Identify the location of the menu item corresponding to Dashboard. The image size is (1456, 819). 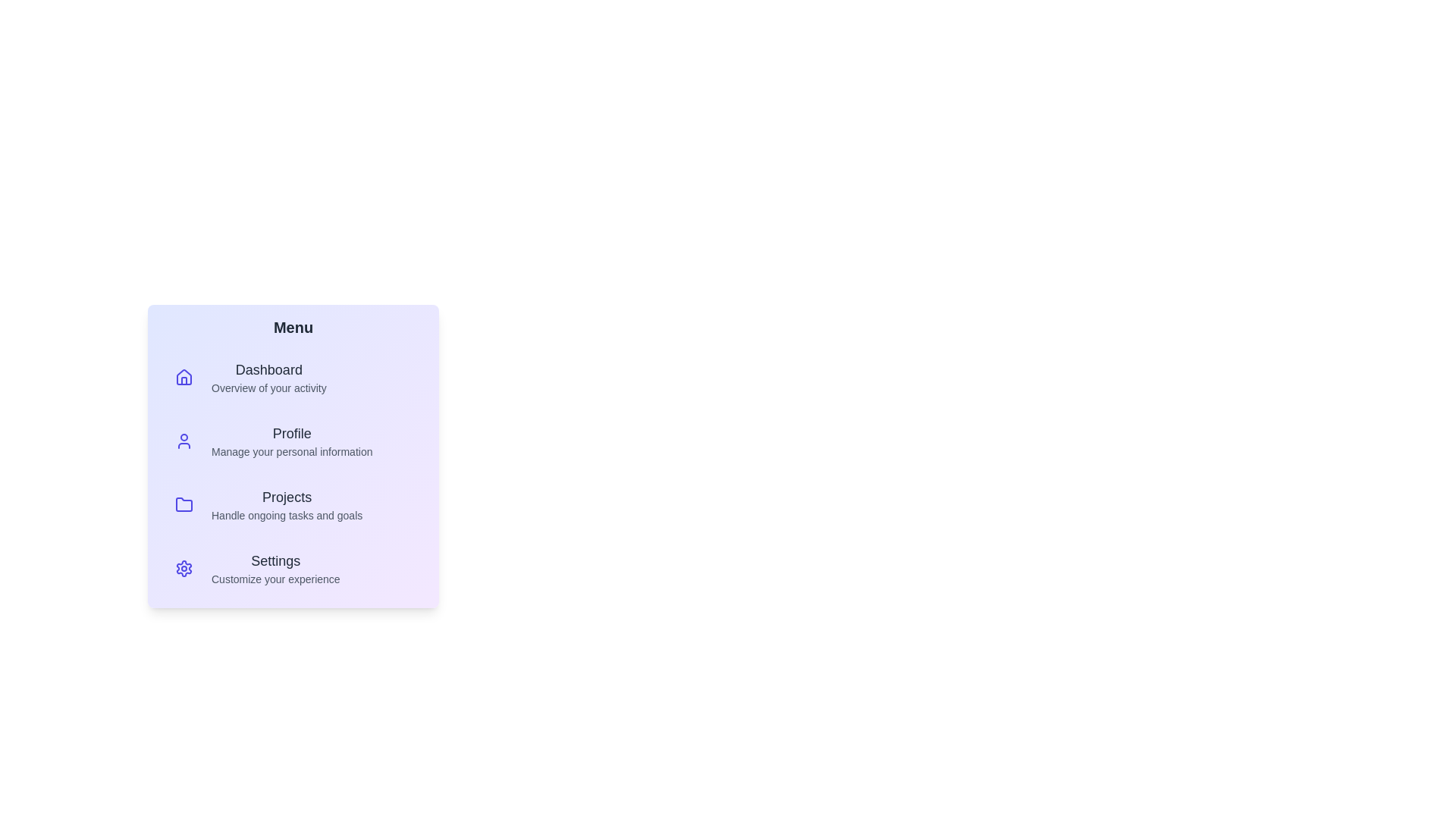
(293, 376).